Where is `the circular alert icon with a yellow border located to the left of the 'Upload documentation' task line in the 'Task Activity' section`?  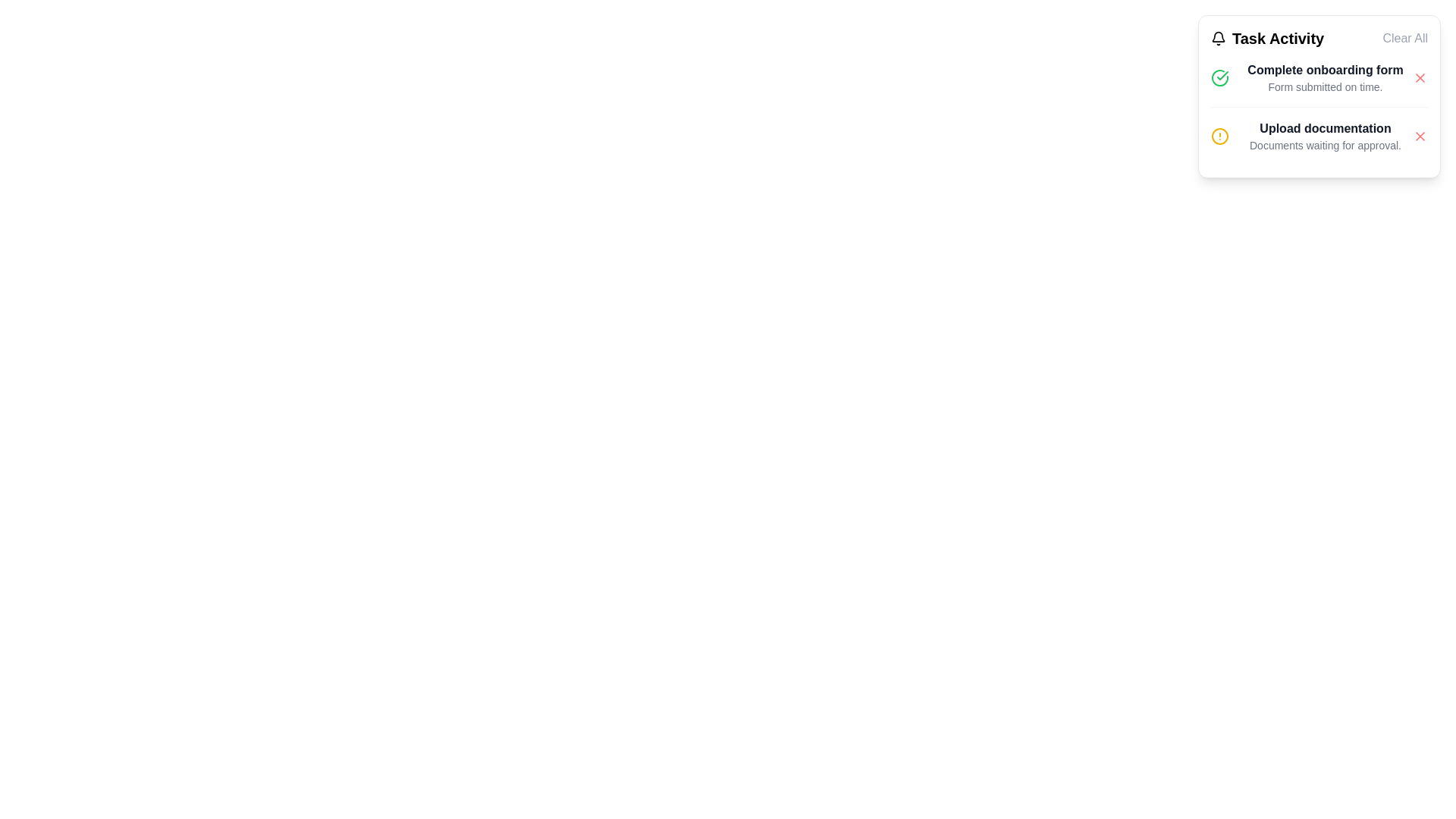
the circular alert icon with a yellow border located to the left of the 'Upload documentation' task line in the 'Task Activity' section is located at coordinates (1219, 136).